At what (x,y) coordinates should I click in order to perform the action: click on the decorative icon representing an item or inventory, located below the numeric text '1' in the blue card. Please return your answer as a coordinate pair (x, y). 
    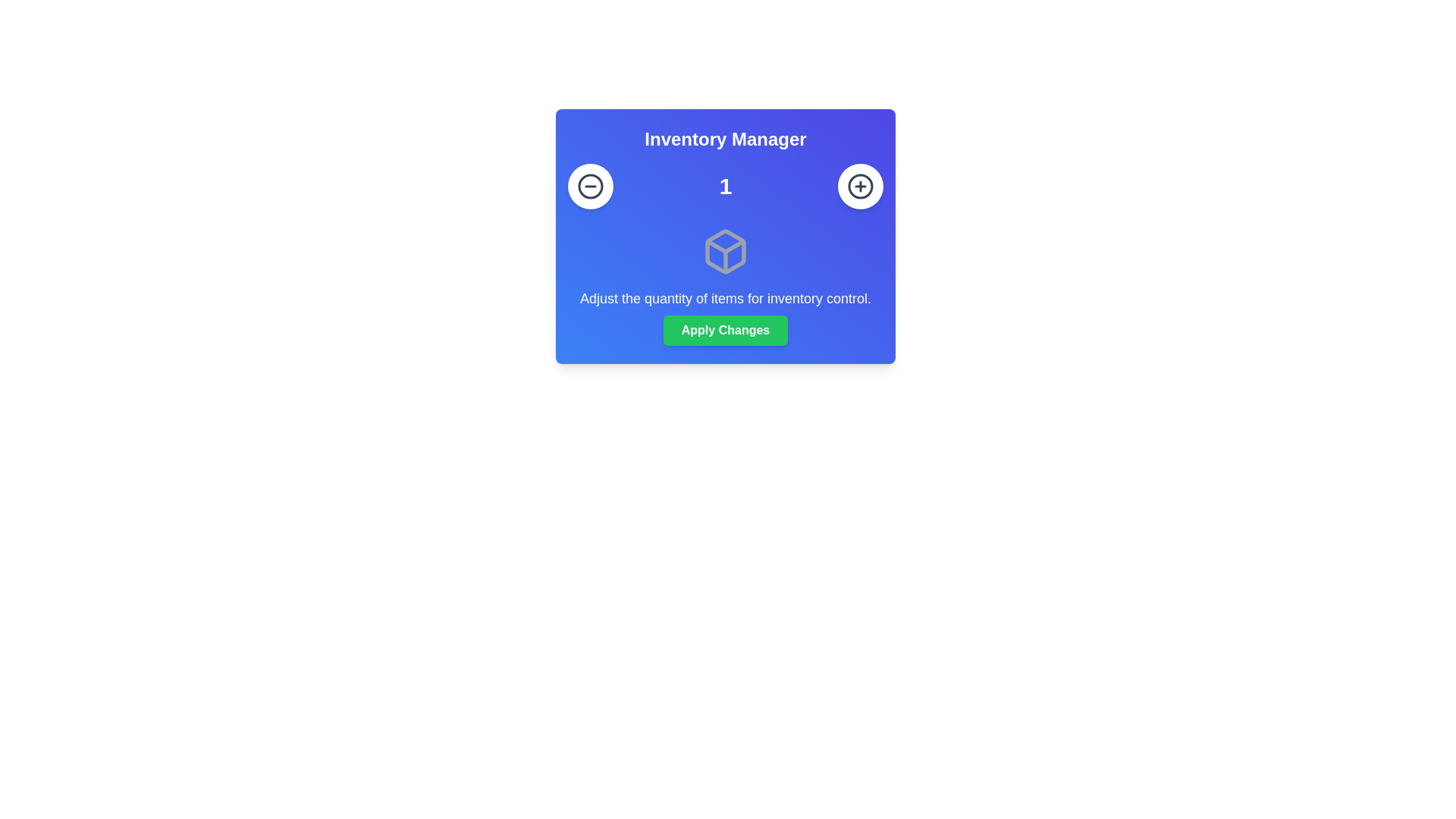
    Looking at the image, I should click on (724, 250).